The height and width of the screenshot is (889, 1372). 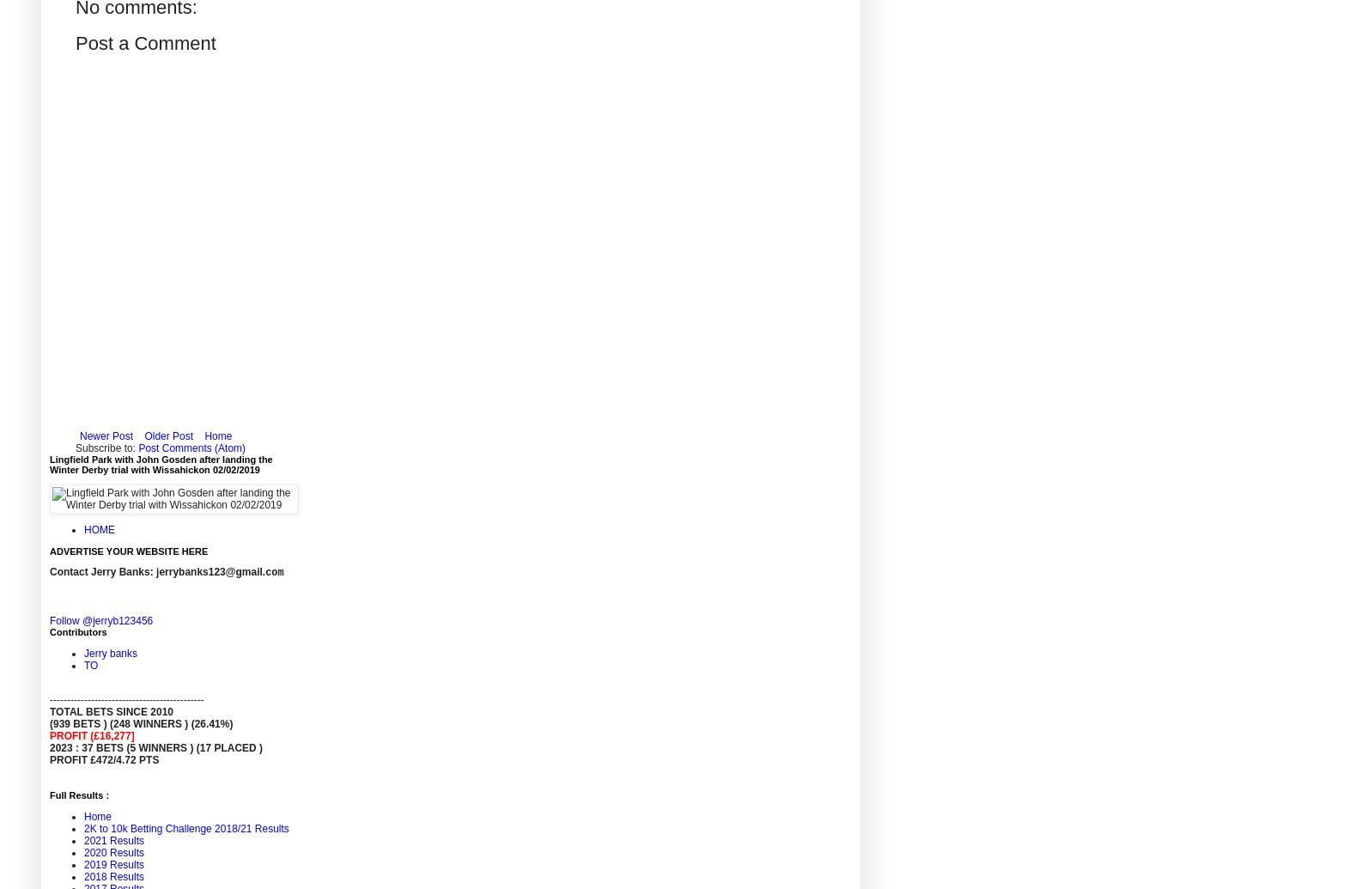 What do you see at coordinates (76, 630) in the screenshot?
I see `'Contributors'` at bounding box center [76, 630].